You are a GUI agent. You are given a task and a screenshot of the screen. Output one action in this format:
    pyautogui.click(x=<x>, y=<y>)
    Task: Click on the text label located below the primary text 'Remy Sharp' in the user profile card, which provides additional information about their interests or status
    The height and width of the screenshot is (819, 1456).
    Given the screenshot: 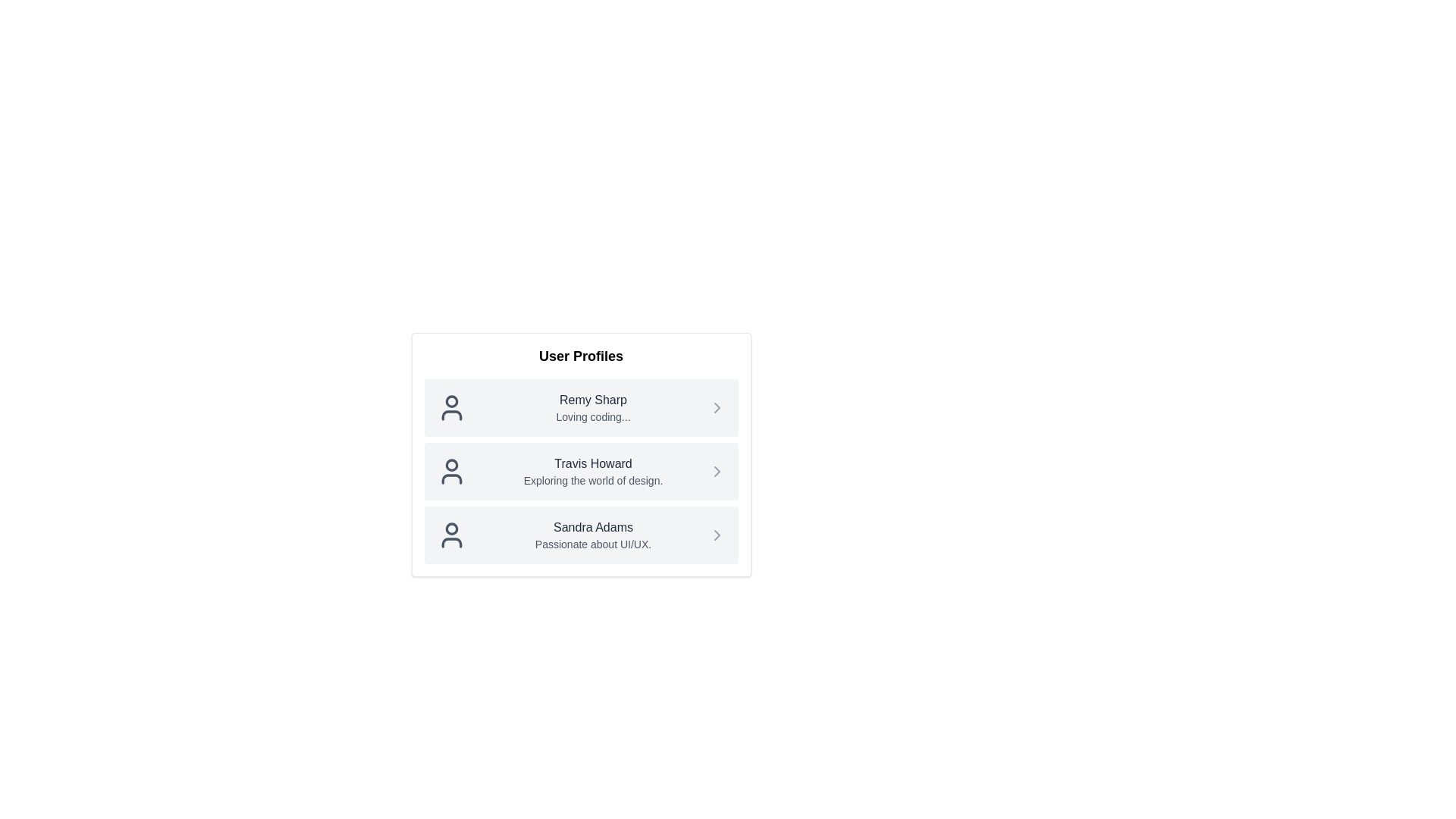 What is the action you would take?
    pyautogui.click(x=592, y=417)
    